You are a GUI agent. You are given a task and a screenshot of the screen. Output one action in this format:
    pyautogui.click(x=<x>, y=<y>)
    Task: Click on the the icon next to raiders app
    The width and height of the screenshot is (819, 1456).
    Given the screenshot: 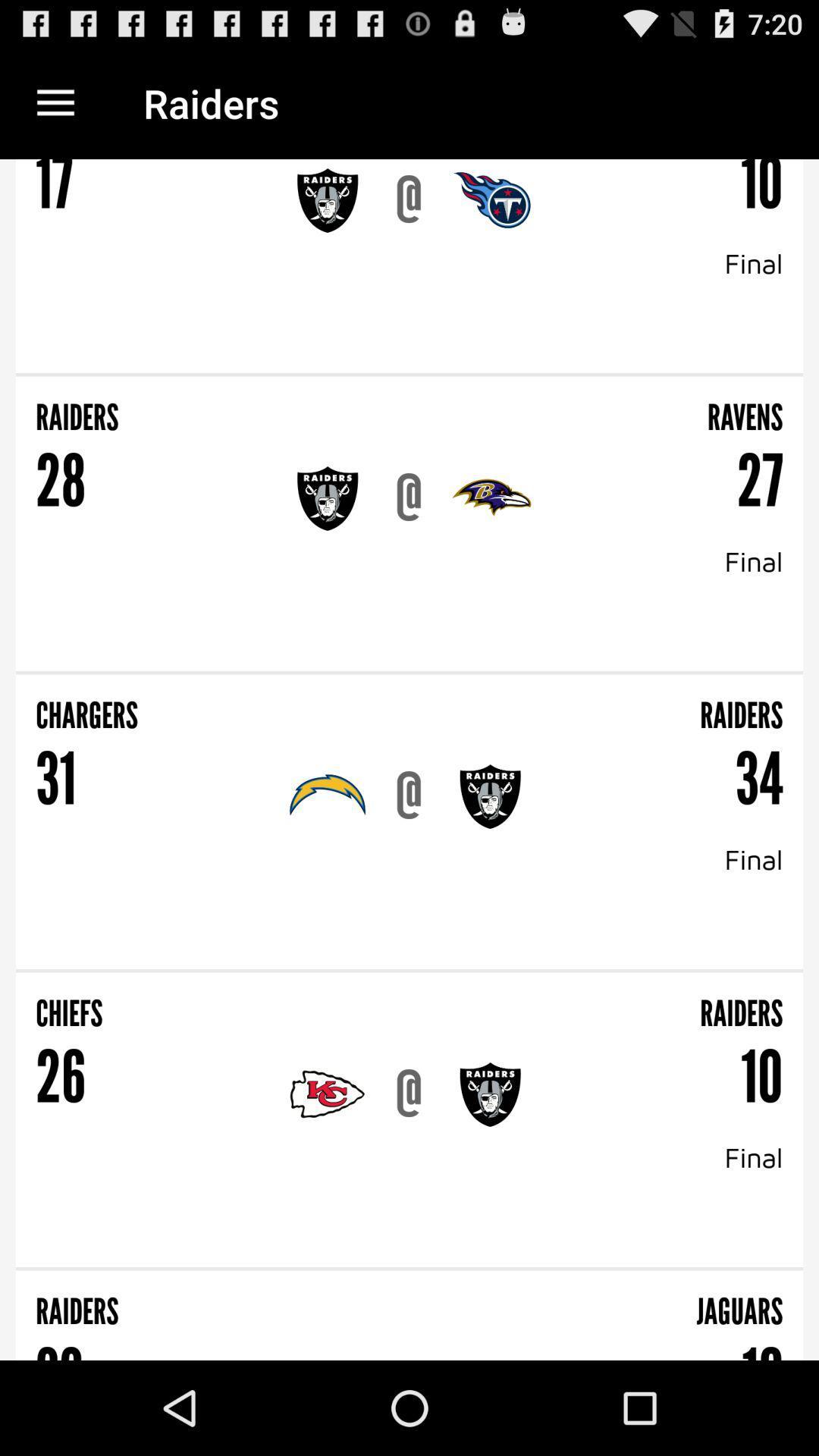 What is the action you would take?
    pyautogui.click(x=55, y=102)
    